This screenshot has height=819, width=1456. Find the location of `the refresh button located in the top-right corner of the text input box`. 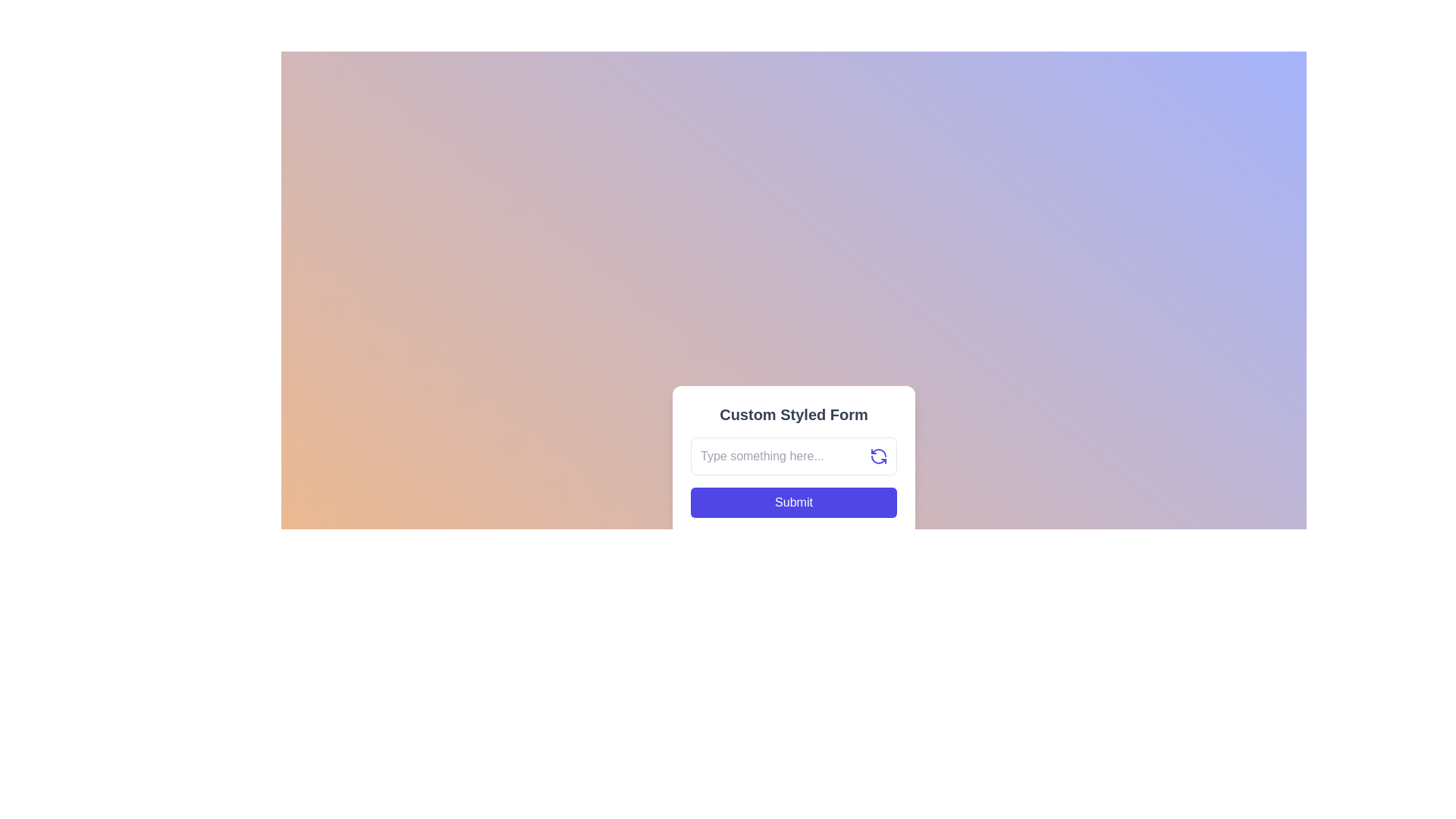

the refresh button located in the top-right corner of the text input box is located at coordinates (878, 455).